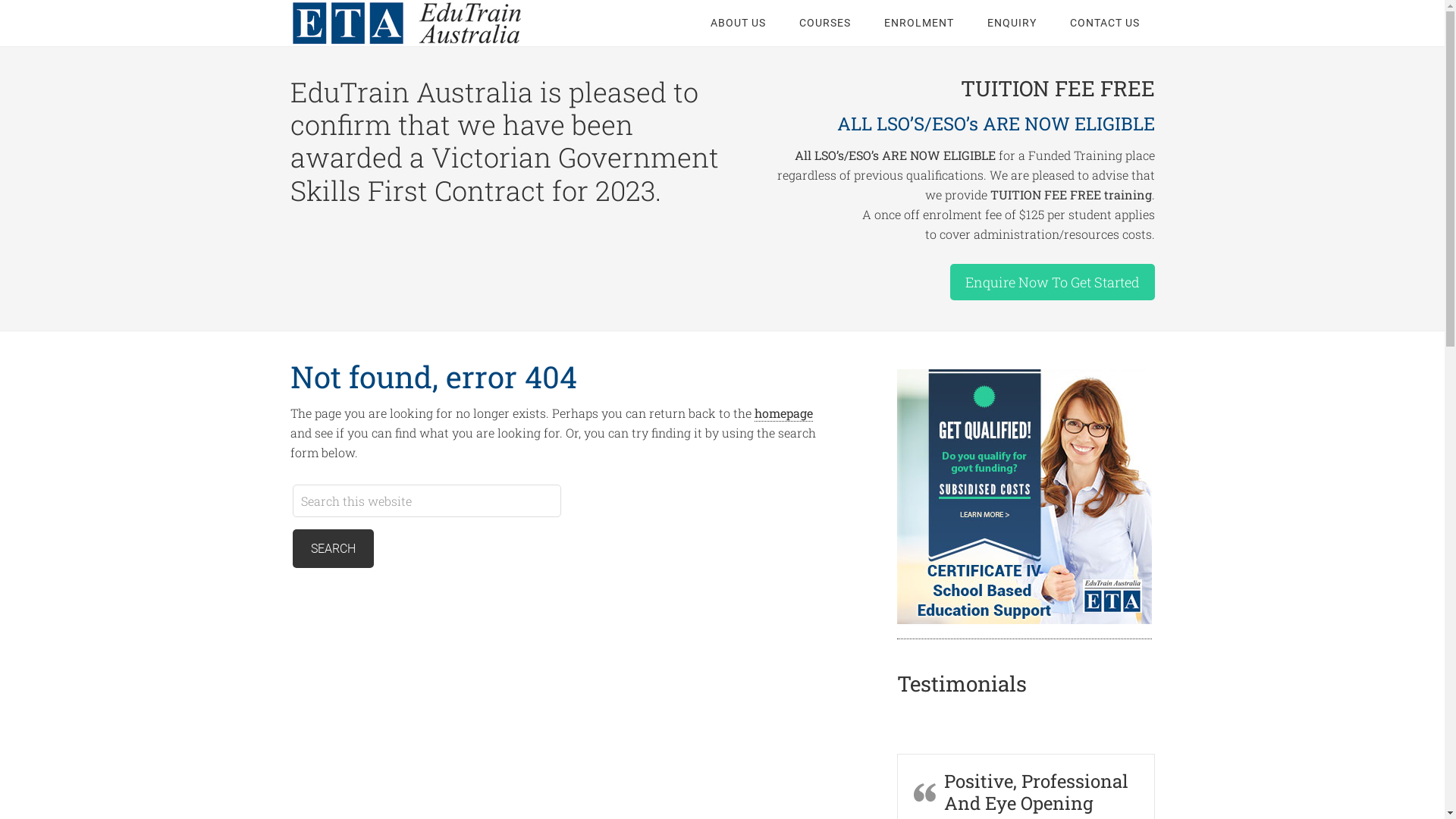 This screenshot has width=1456, height=819. Describe the element at coordinates (824, 23) in the screenshot. I see `'COURSES'` at that location.